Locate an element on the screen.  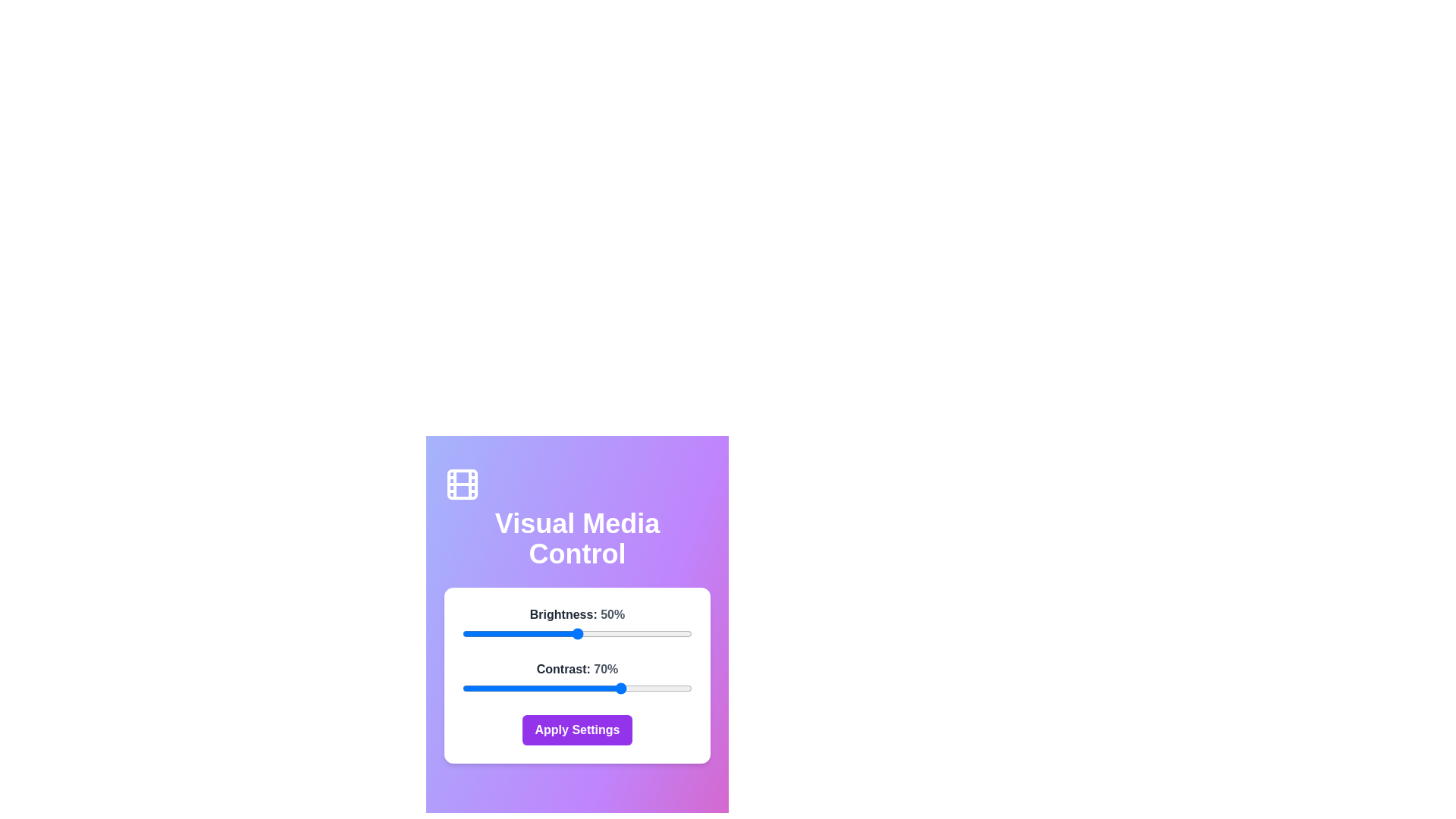
'Apply Settings' button is located at coordinates (576, 730).